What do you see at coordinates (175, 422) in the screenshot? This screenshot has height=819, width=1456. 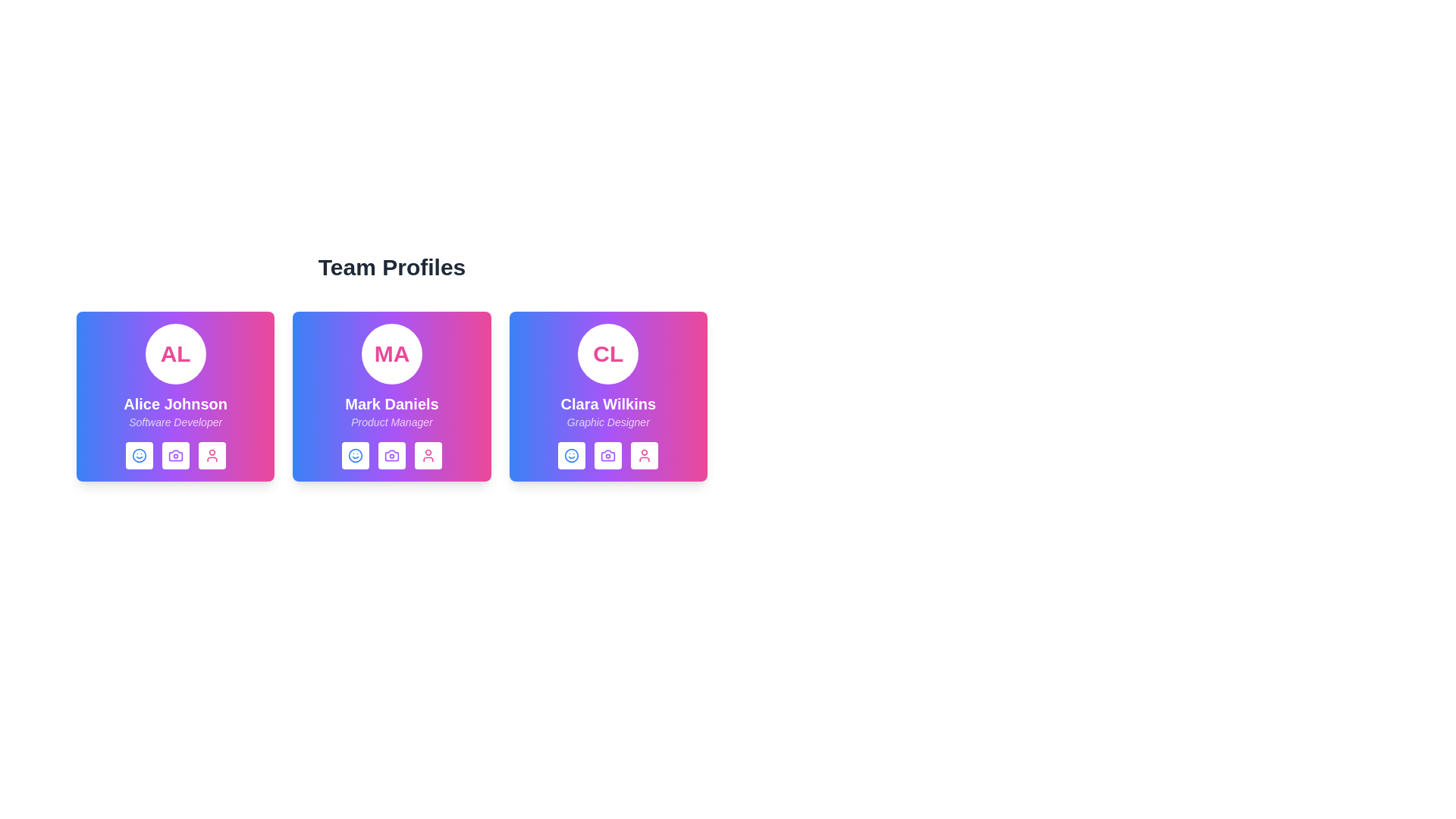 I see `the text label that identifies the job title or role for the profile of Alice Johnson, positioned beneath her name and above interactive icons` at bounding box center [175, 422].